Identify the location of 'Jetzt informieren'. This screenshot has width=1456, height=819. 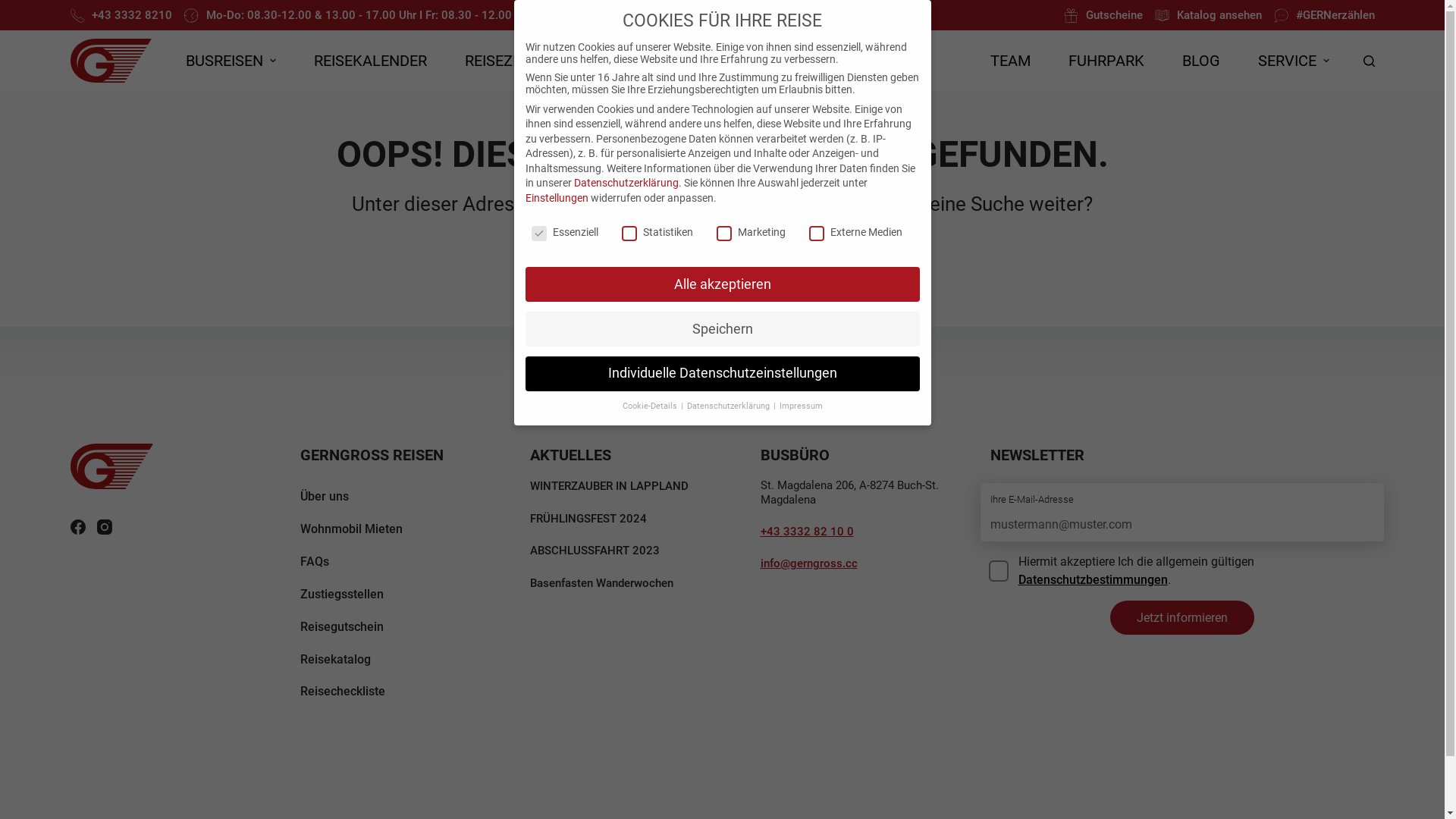
(1181, 617).